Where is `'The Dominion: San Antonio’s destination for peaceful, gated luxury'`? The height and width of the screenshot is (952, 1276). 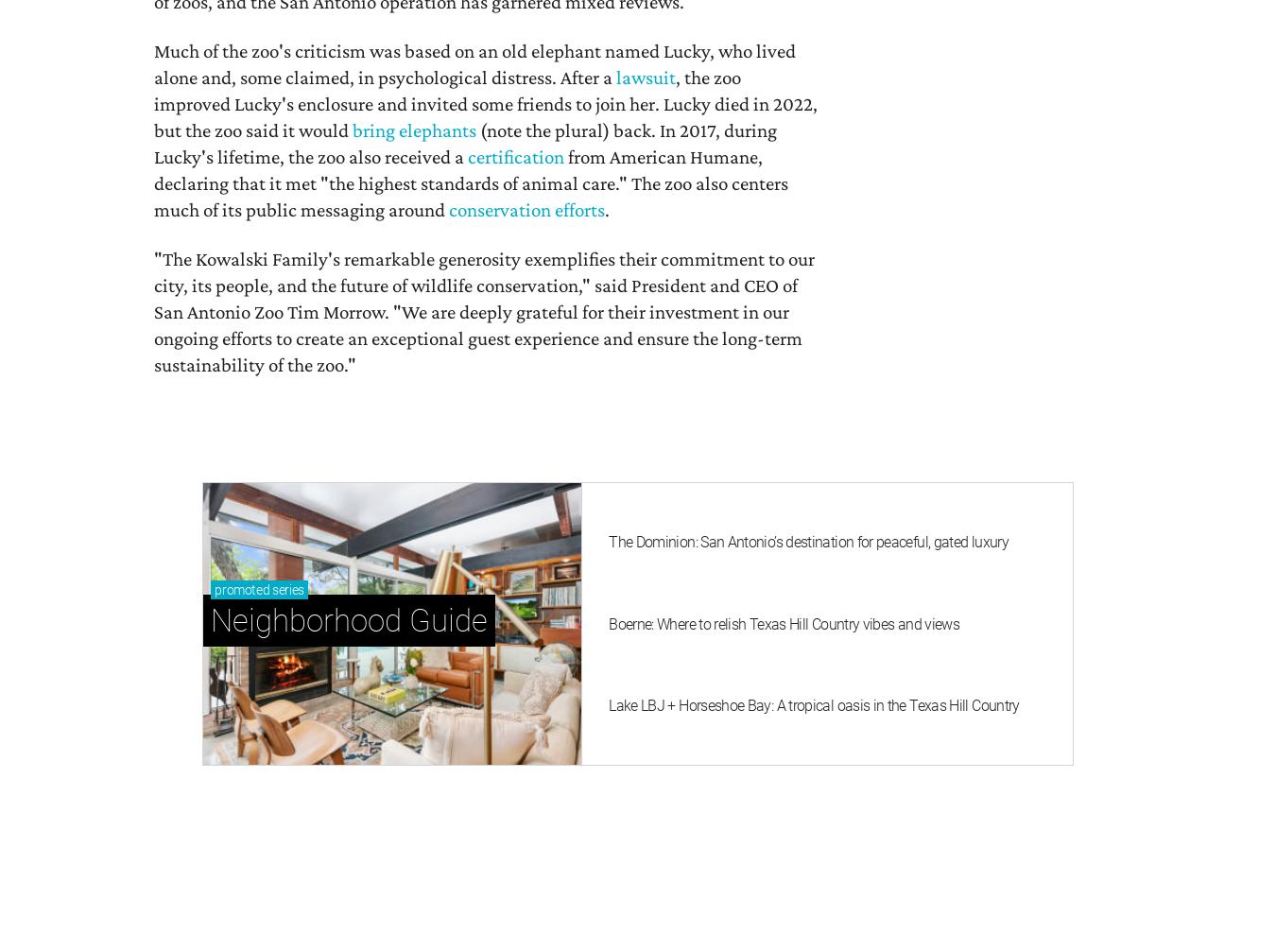
'The Dominion: San Antonio’s destination for peaceful, gated luxury' is located at coordinates (608, 540).